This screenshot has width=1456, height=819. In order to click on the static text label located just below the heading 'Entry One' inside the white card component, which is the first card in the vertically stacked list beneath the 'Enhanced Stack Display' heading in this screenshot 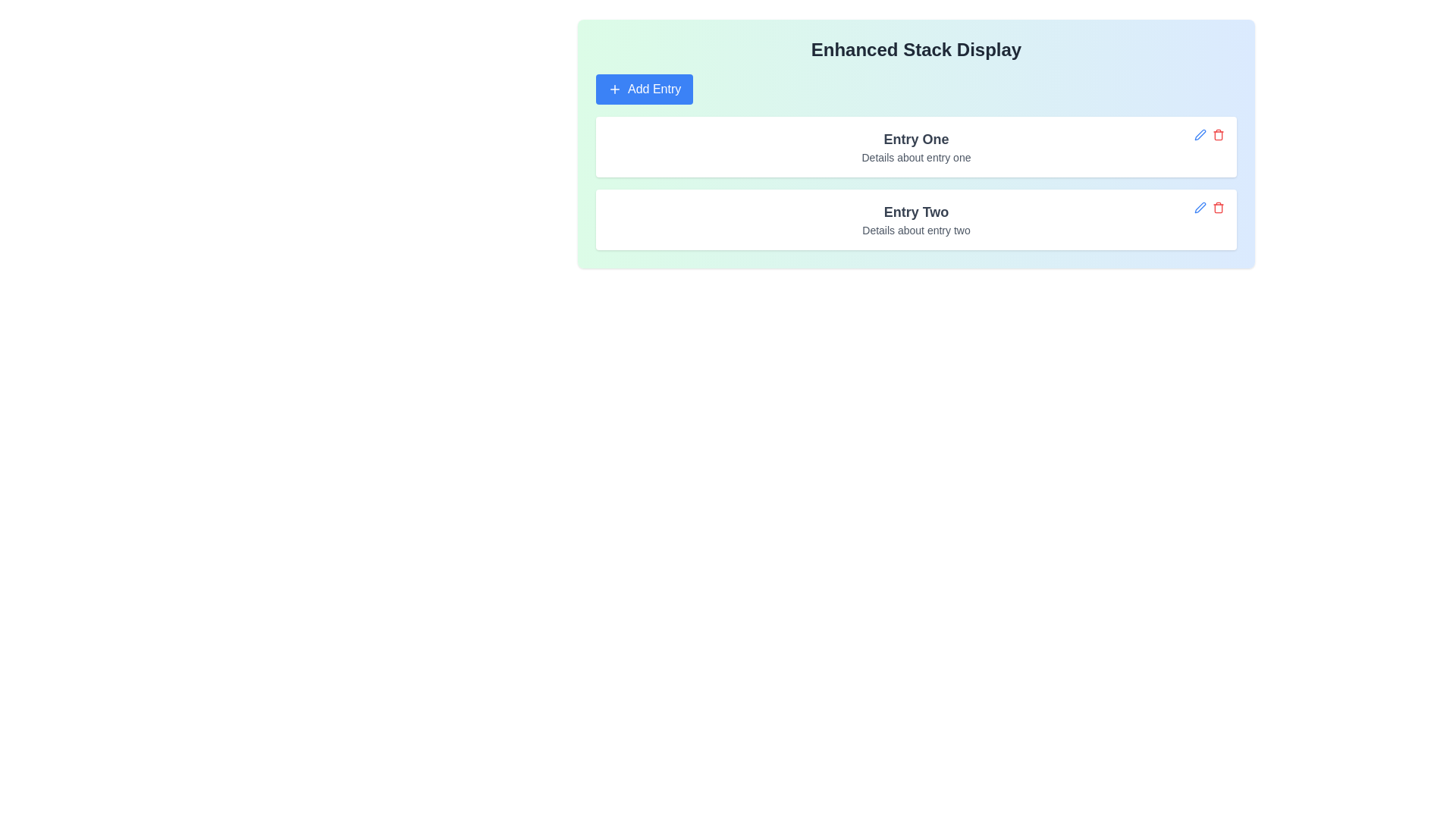, I will do `click(915, 158)`.